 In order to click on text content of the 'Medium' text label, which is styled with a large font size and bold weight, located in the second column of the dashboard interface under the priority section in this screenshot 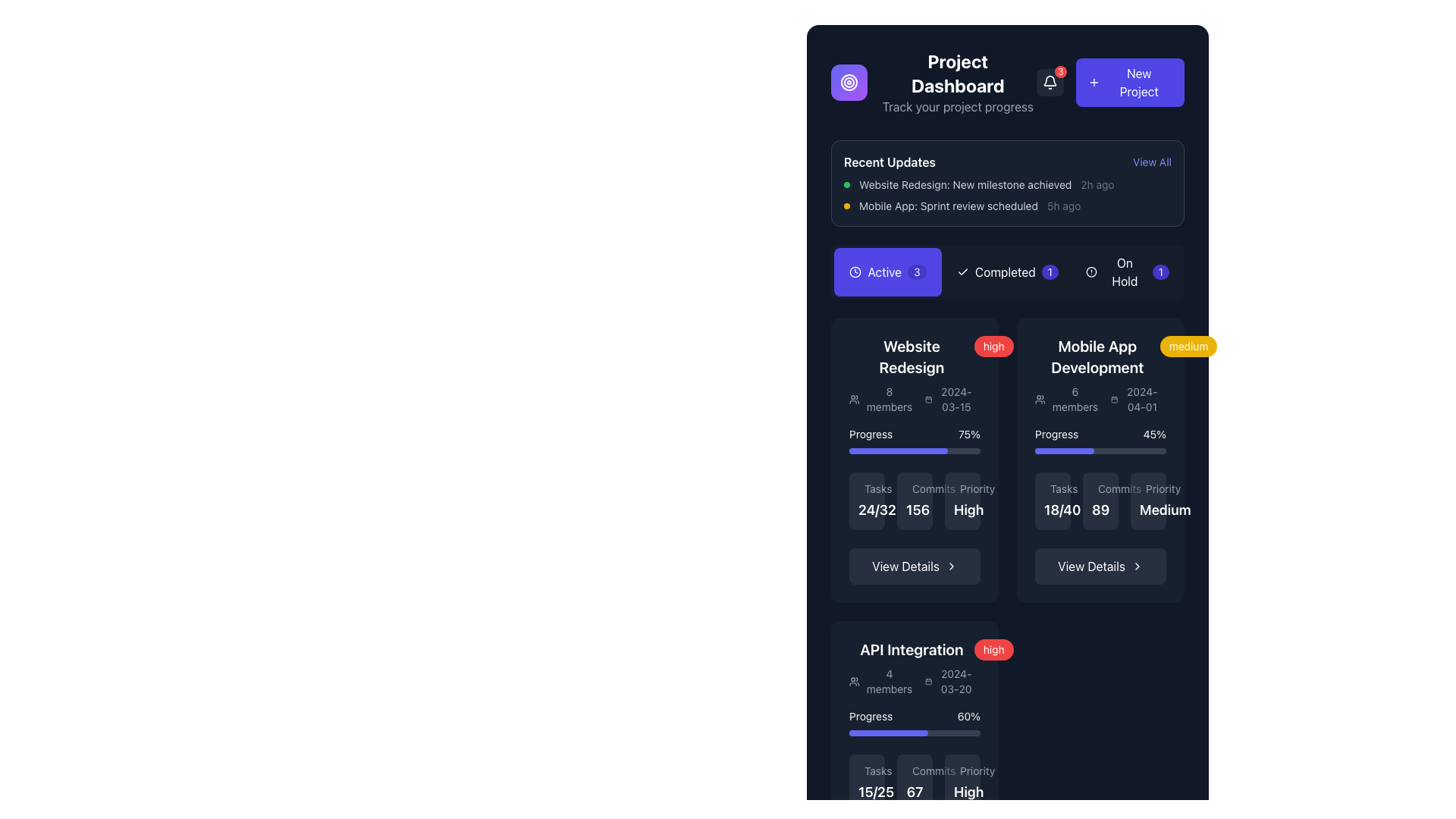, I will do `click(1164, 510)`.